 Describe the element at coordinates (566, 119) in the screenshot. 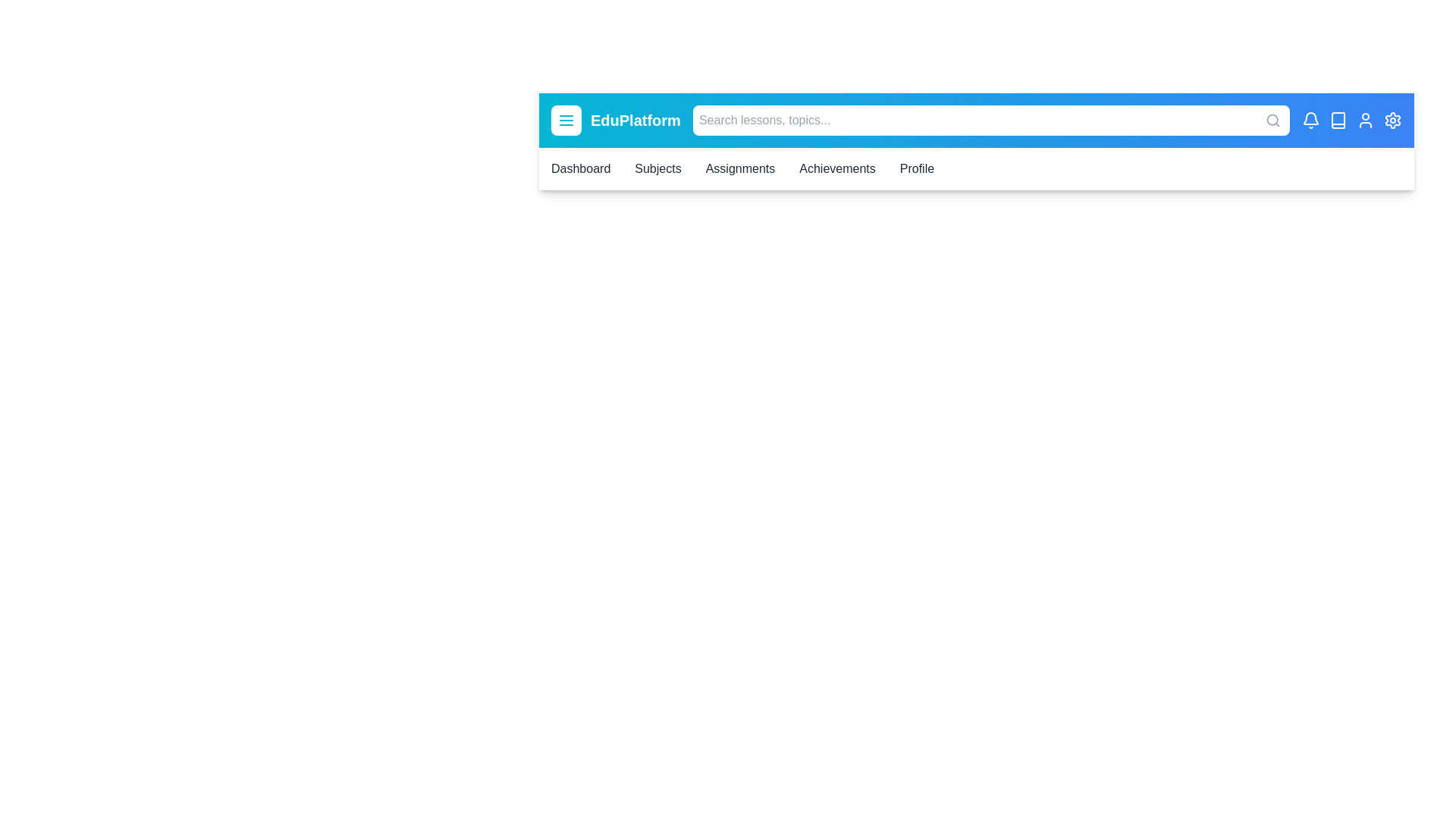

I see `the element menu_button to reveal its hover effect` at that location.